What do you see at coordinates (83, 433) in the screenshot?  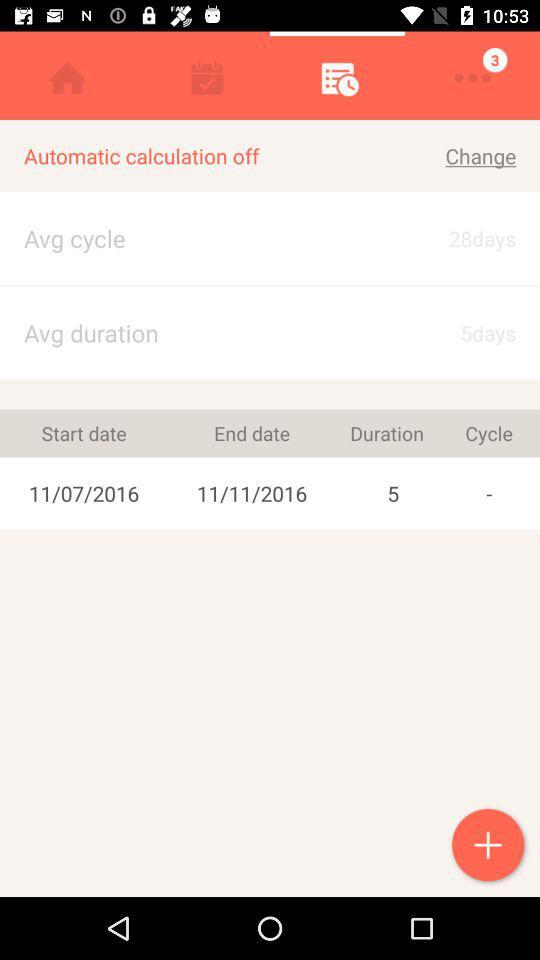 I see `icon next to the 11/11/2016` at bounding box center [83, 433].